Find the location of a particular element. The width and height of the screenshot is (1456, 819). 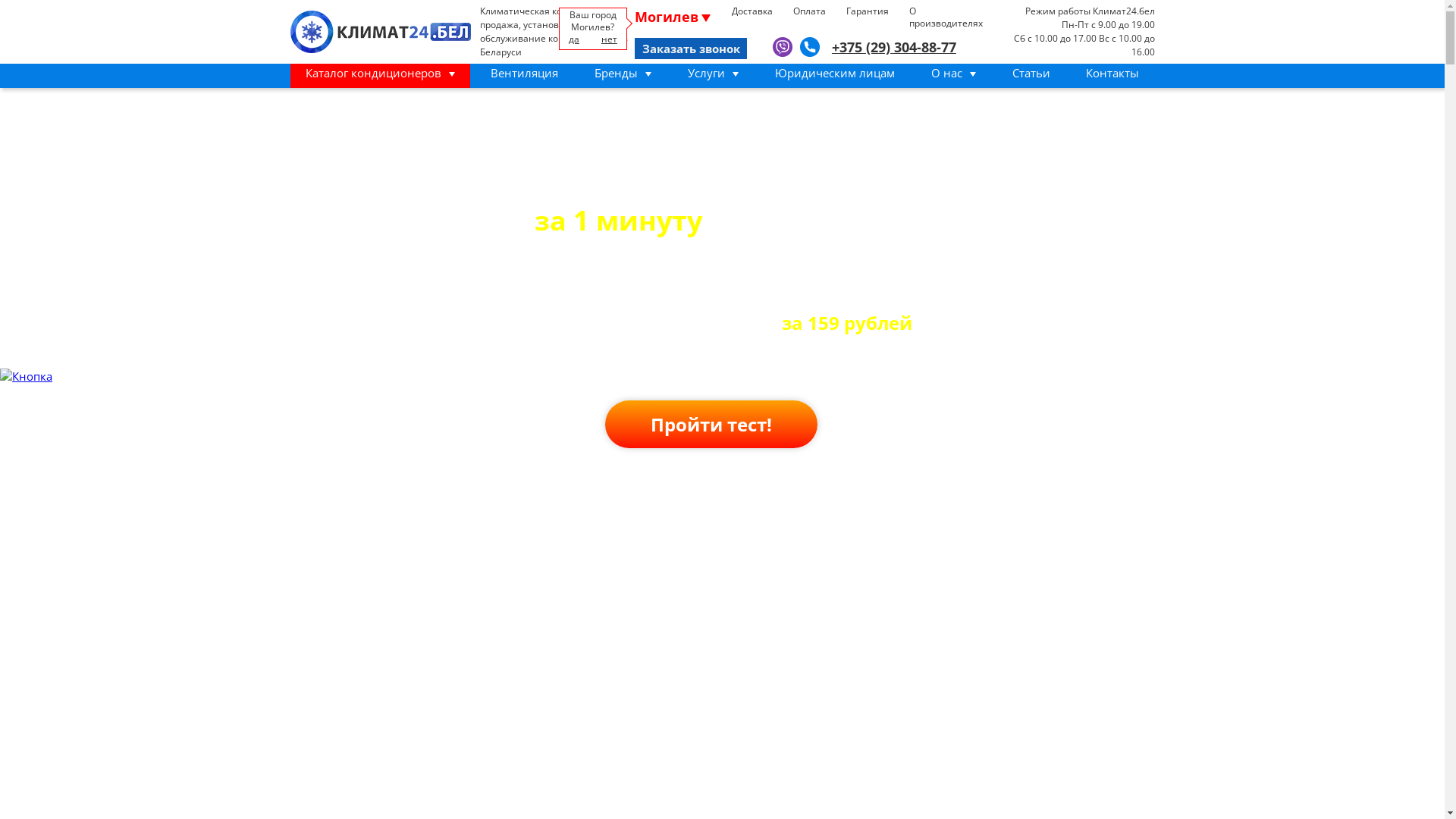

'+375 (29) 304-88-77' is located at coordinates (831, 46).